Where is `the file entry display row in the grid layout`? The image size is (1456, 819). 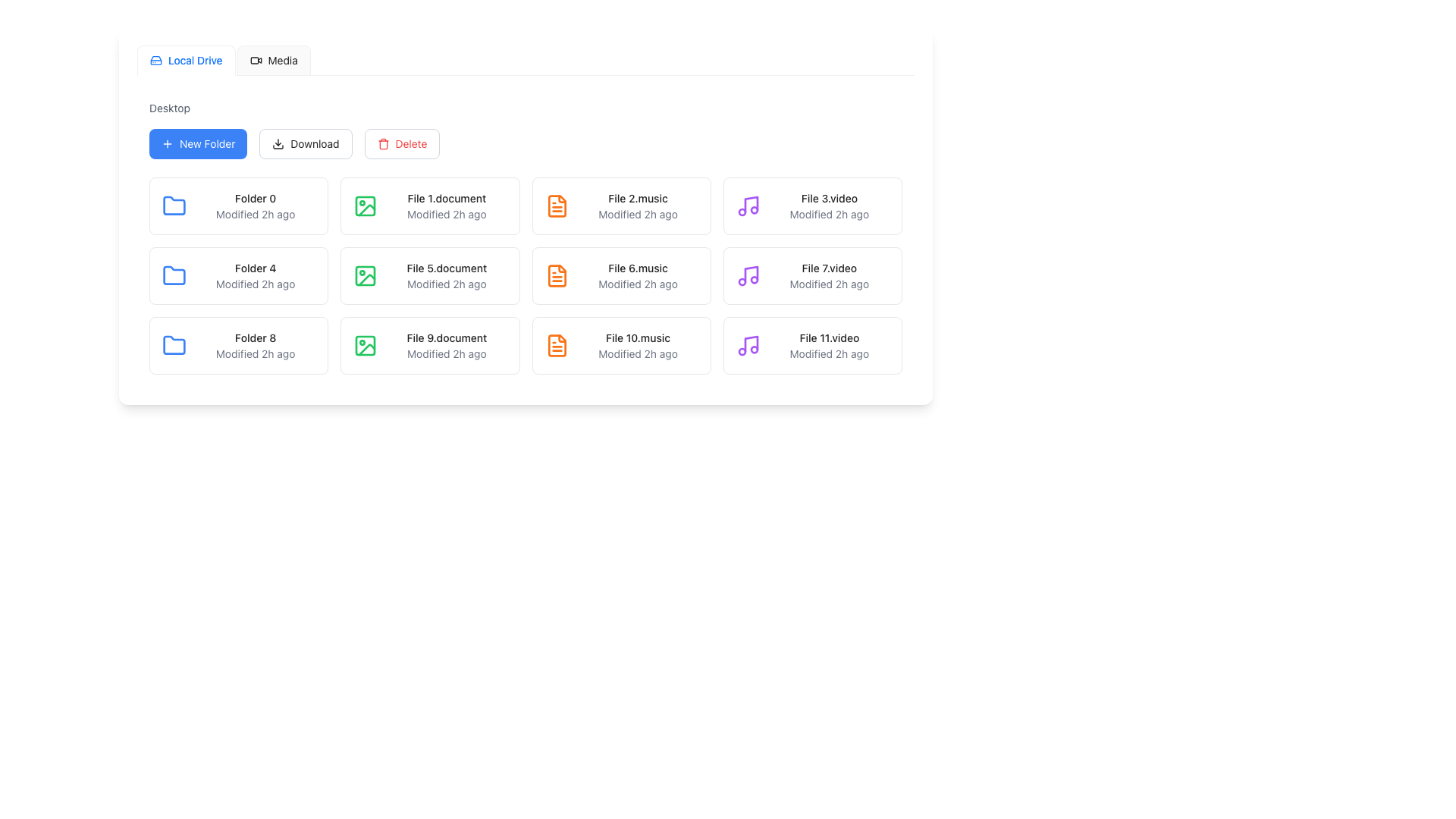
the file entry display row in the grid layout is located at coordinates (621, 206).